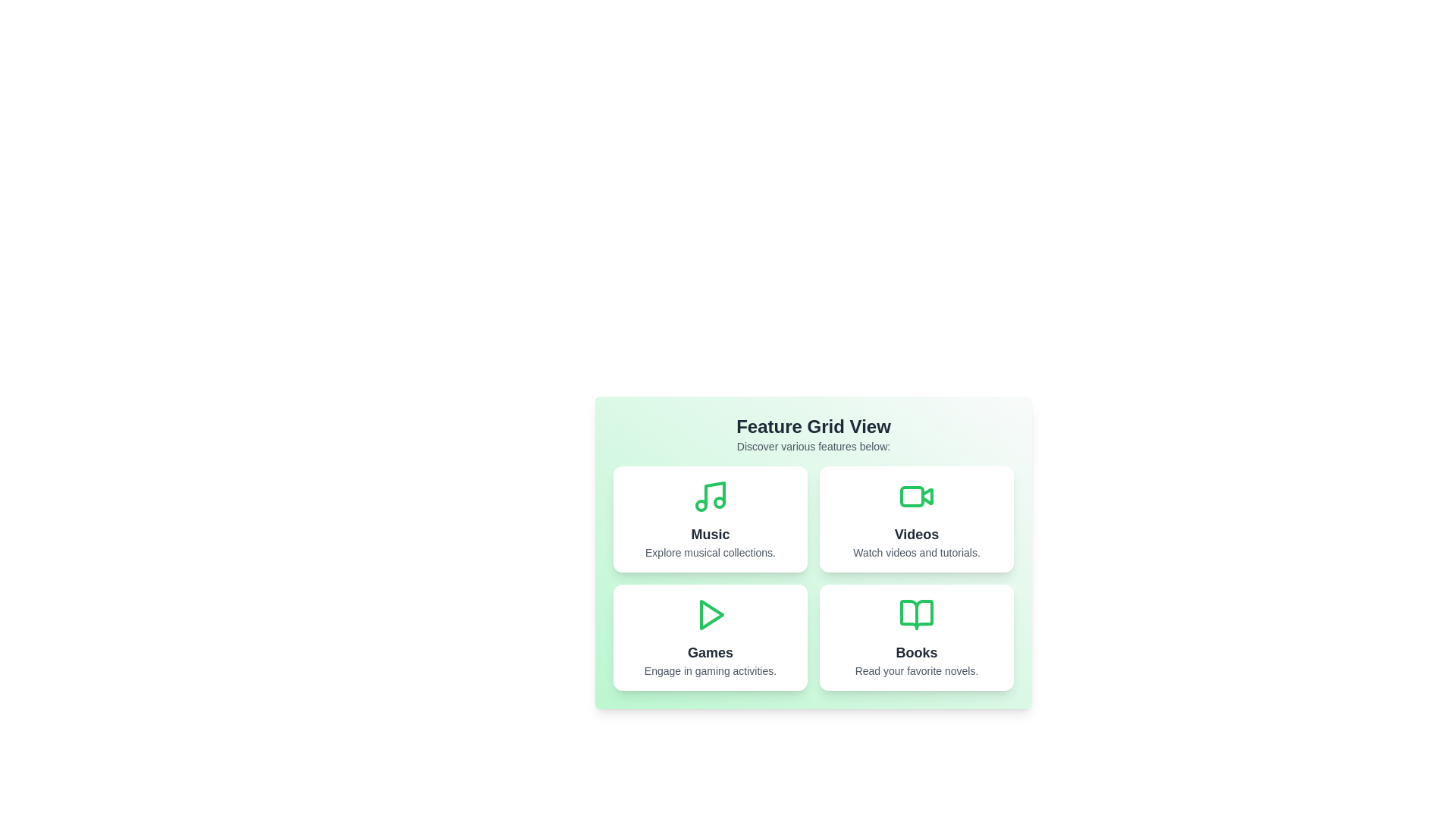 The height and width of the screenshot is (819, 1456). What do you see at coordinates (916, 637) in the screenshot?
I see `the Books card to explore its functionality` at bounding box center [916, 637].